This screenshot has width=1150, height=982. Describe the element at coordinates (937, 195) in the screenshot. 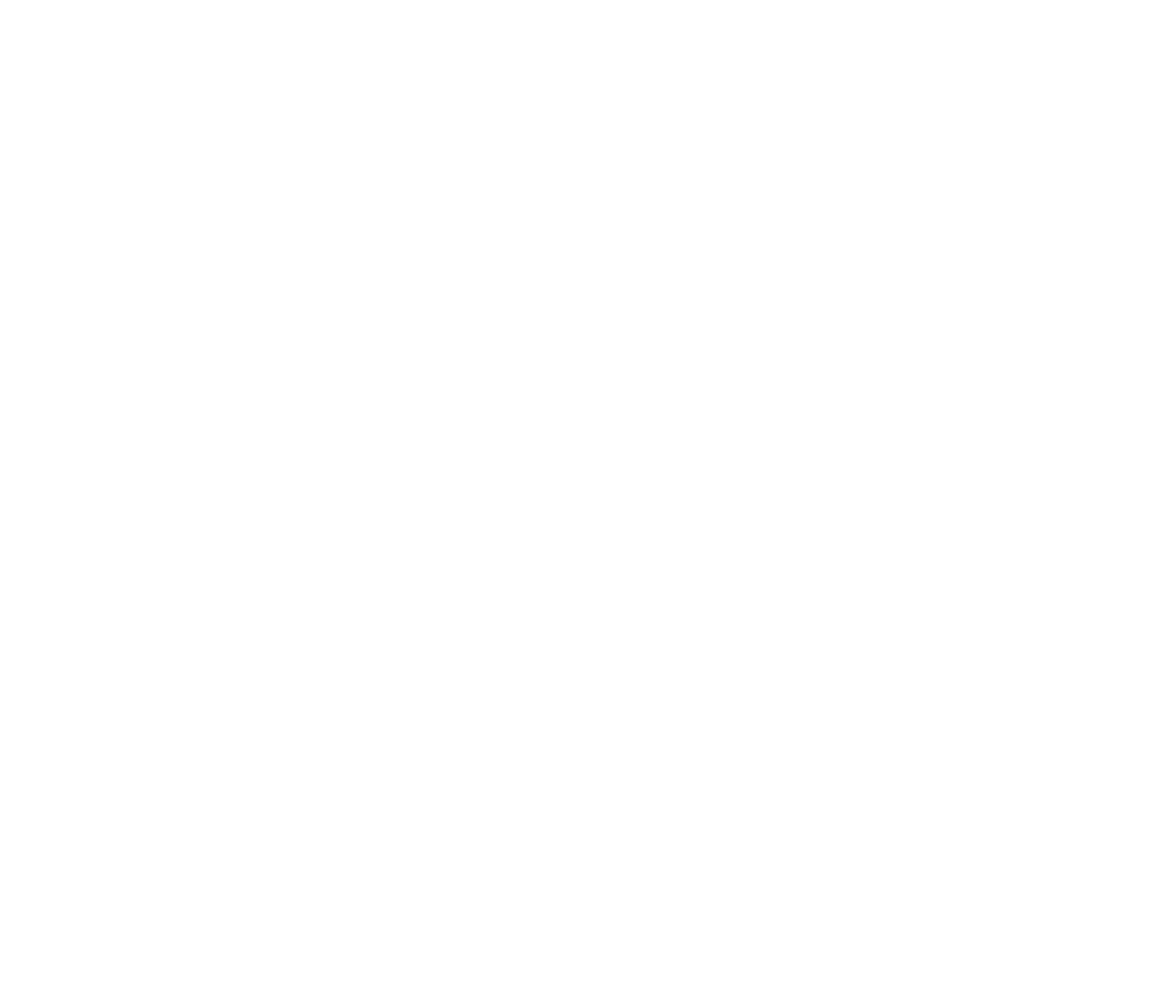

I see `'Ingenious design and excellent storage make this an ideal family 'van, especially if you all enjoy...'` at that location.